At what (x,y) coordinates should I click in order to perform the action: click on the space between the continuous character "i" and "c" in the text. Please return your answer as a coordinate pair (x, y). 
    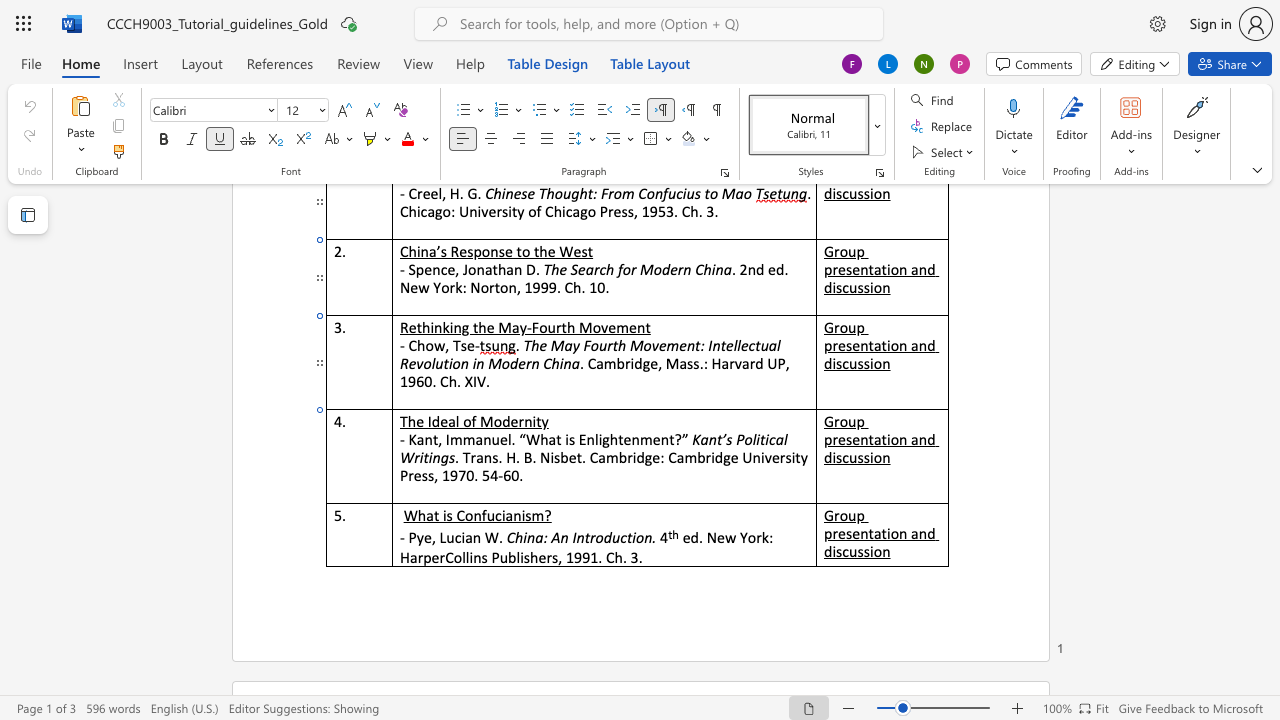
    Looking at the image, I should click on (768, 438).